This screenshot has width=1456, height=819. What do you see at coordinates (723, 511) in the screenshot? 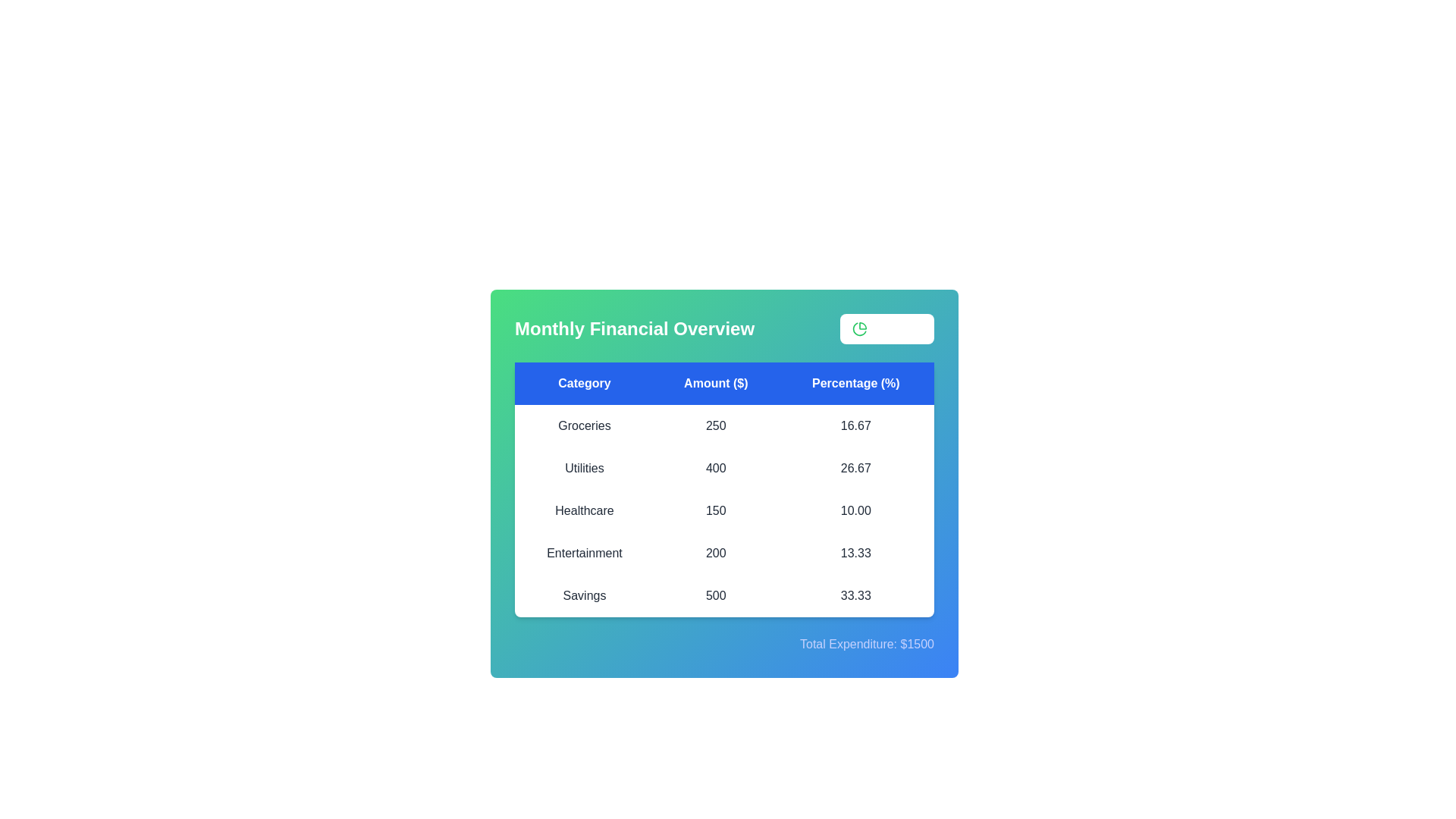
I see `the table row corresponding to Healthcare` at bounding box center [723, 511].